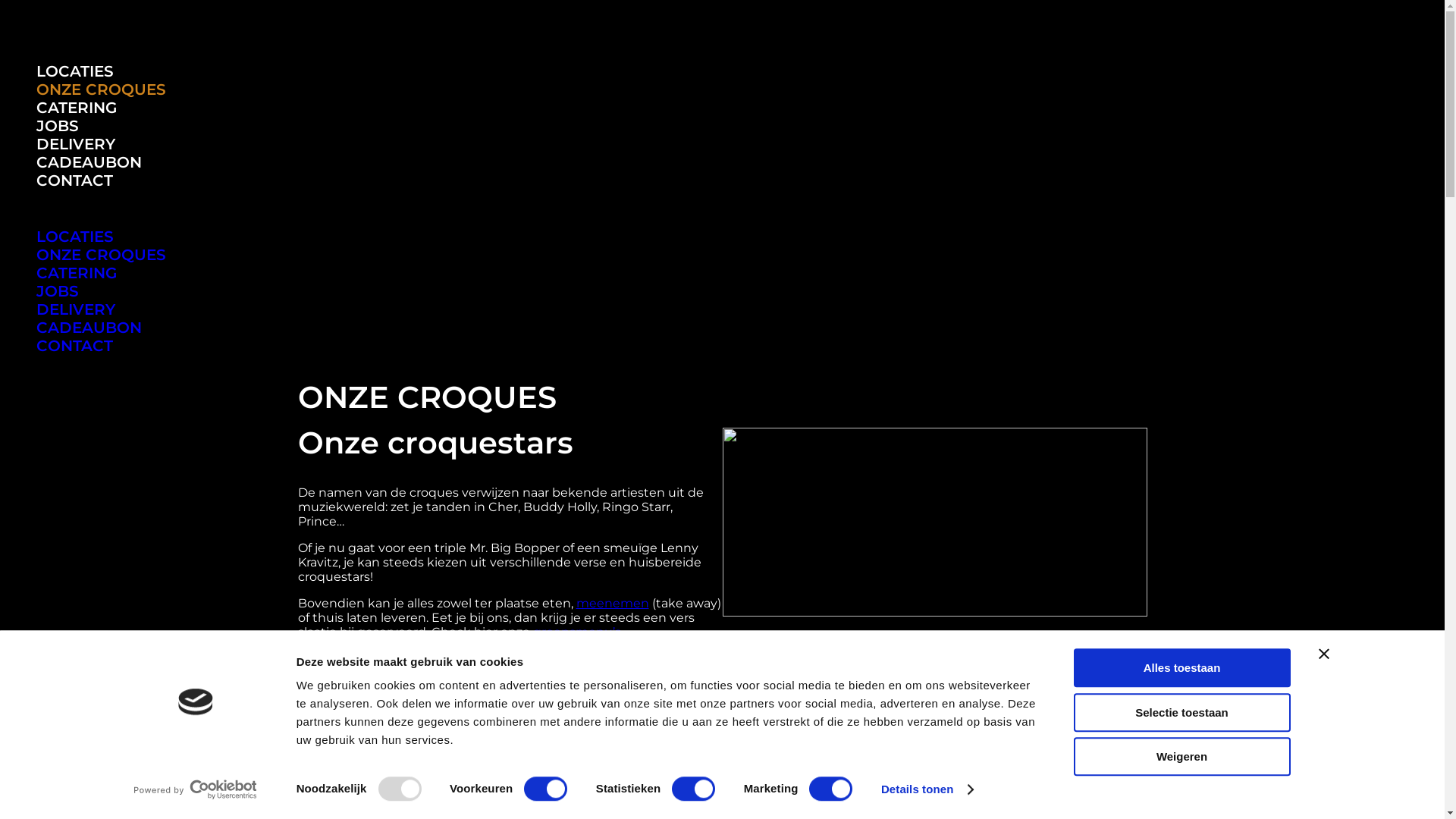 The width and height of the screenshot is (1456, 819). What do you see at coordinates (880, 789) in the screenshot?
I see `'Details tonen'` at bounding box center [880, 789].